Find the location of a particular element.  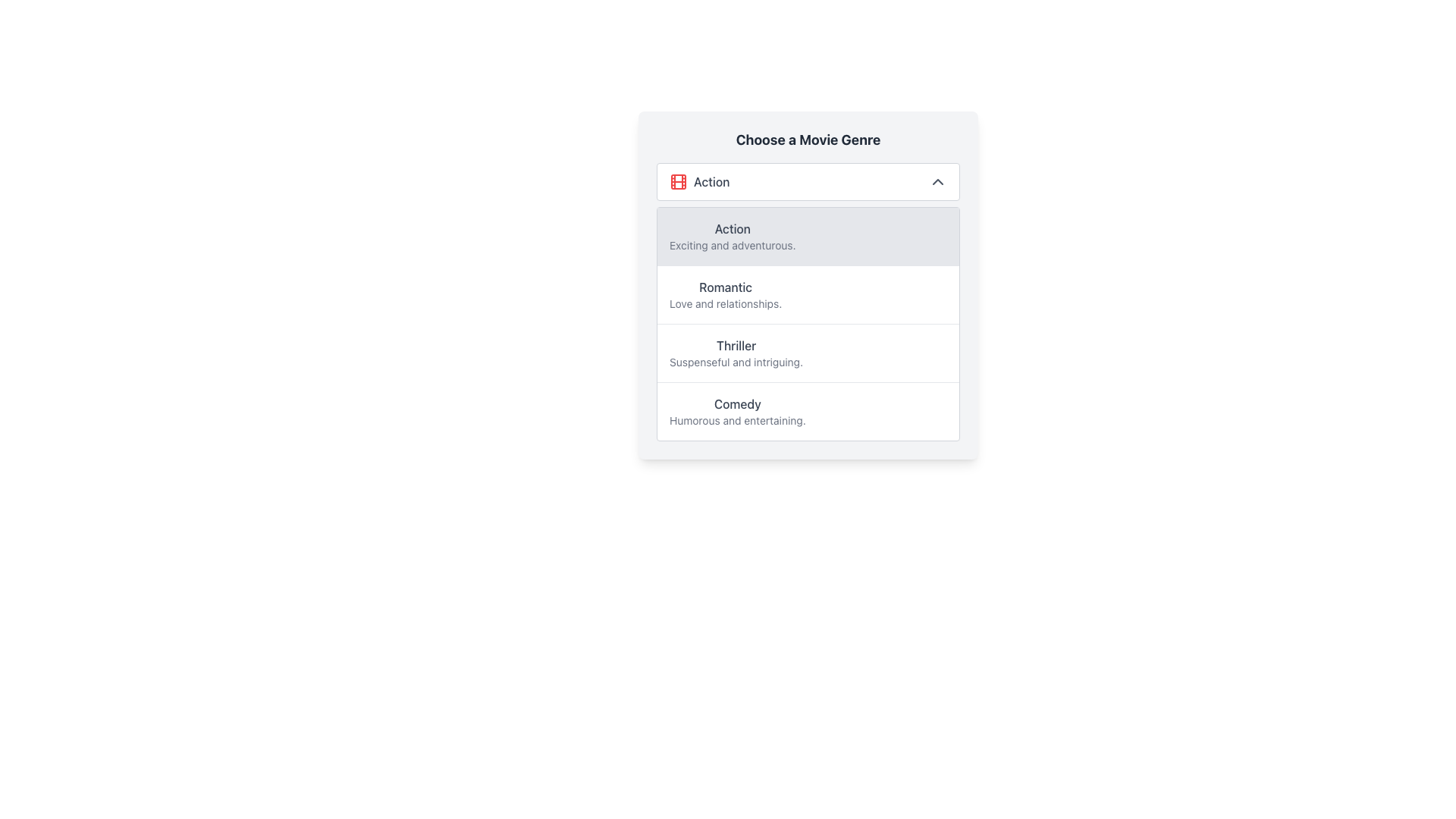

text 'Thriller' from the third item in the vertically arranged list of movie genres in the modal popup, which is styled with bold font and provides additional context with the subtitle 'Suspenseful and intriguing.' is located at coordinates (736, 345).